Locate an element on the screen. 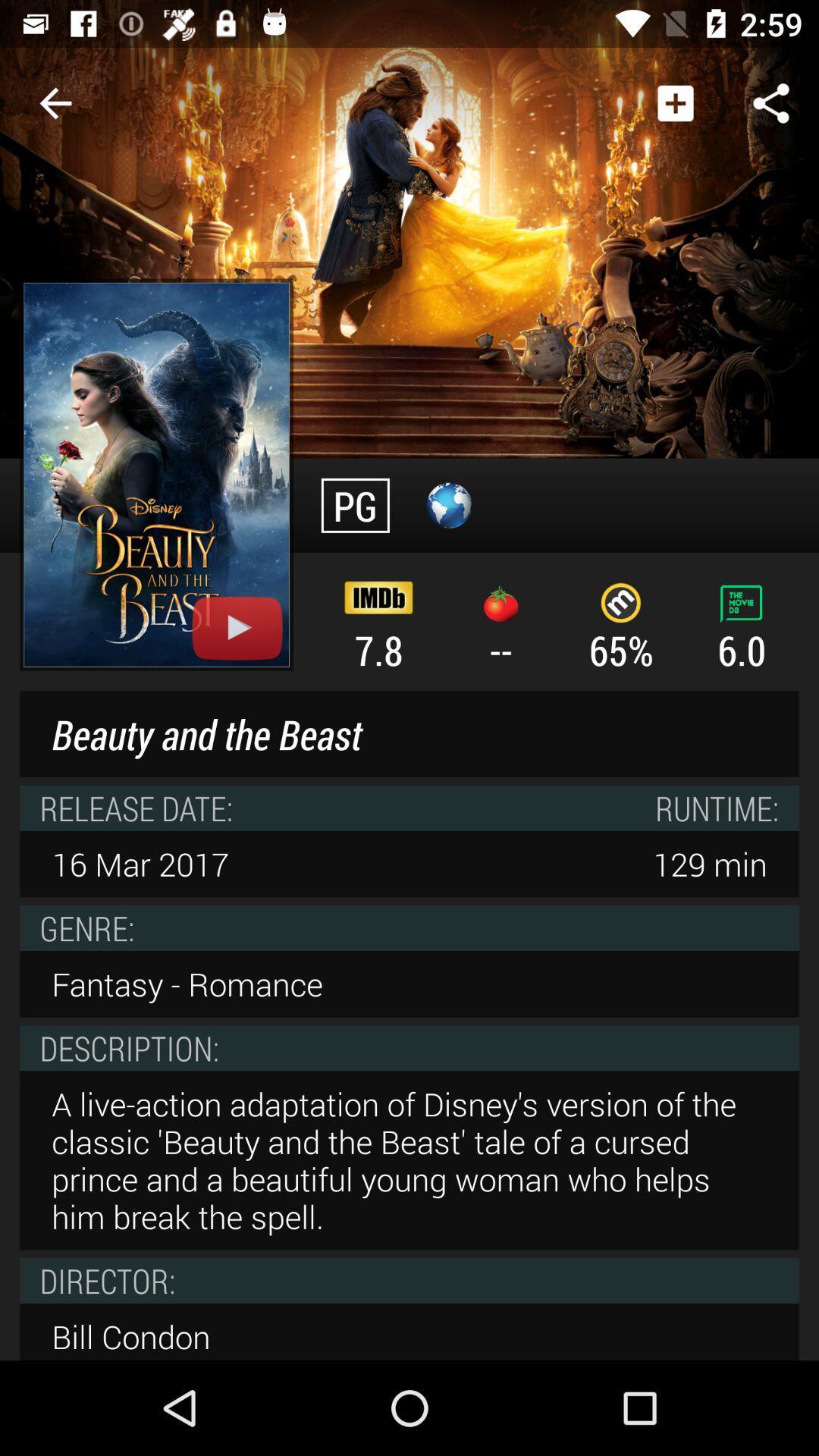 This screenshot has height=1456, width=819. the share button at top right is located at coordinates (771, 103).